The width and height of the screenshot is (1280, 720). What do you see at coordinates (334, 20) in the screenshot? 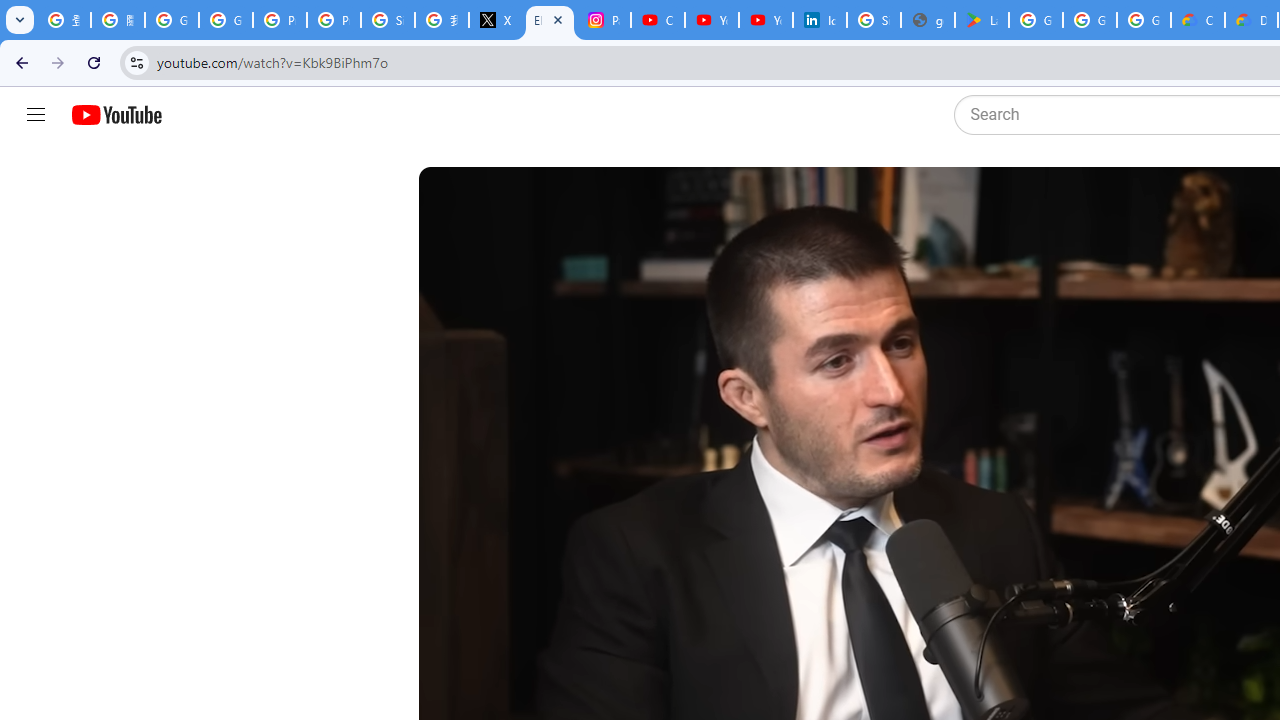
I see `'Privacy Help Center - Policies Help'` at bounding box center [334, 20].